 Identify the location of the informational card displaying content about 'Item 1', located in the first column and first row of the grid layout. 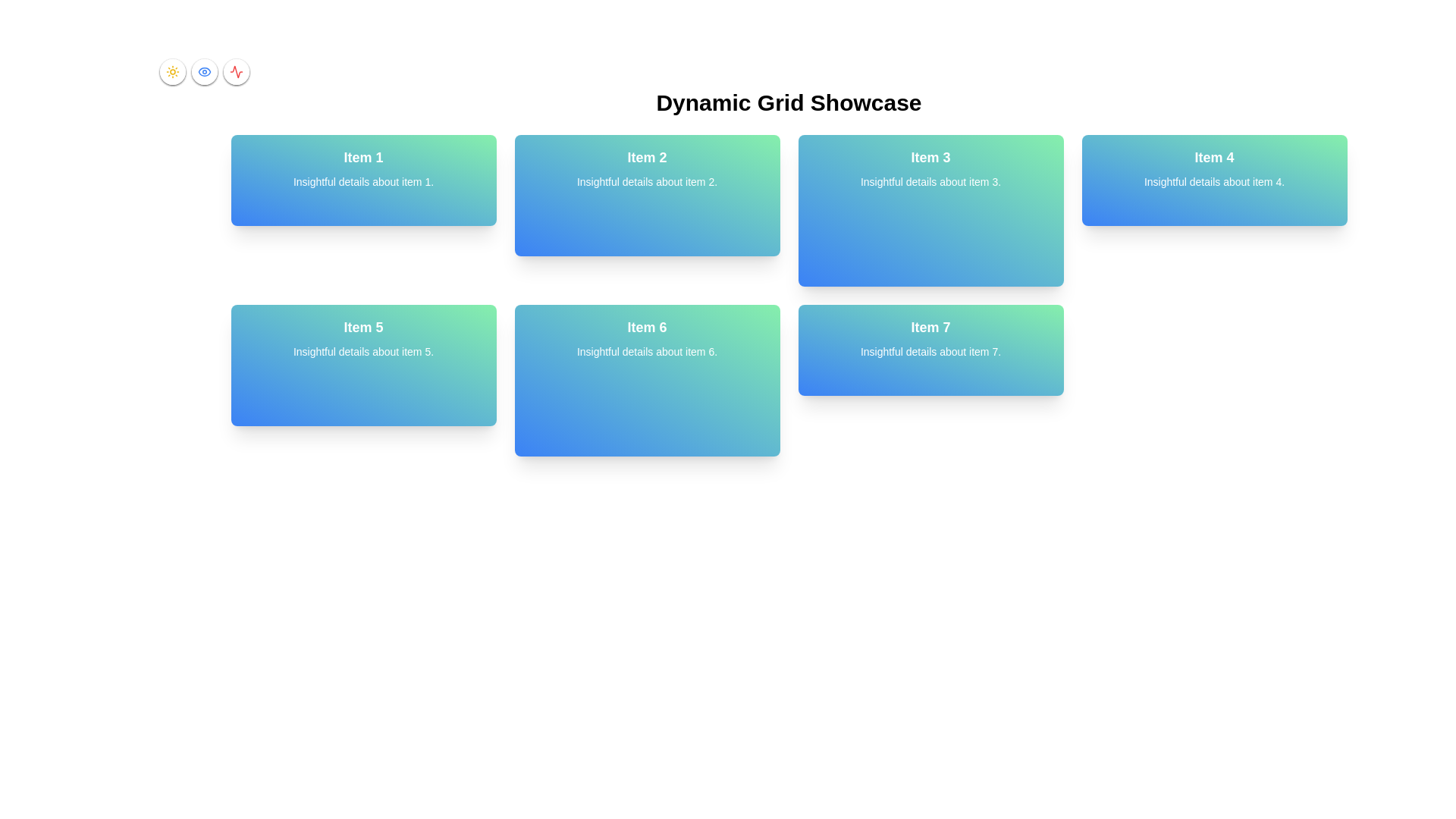
(362, 180).